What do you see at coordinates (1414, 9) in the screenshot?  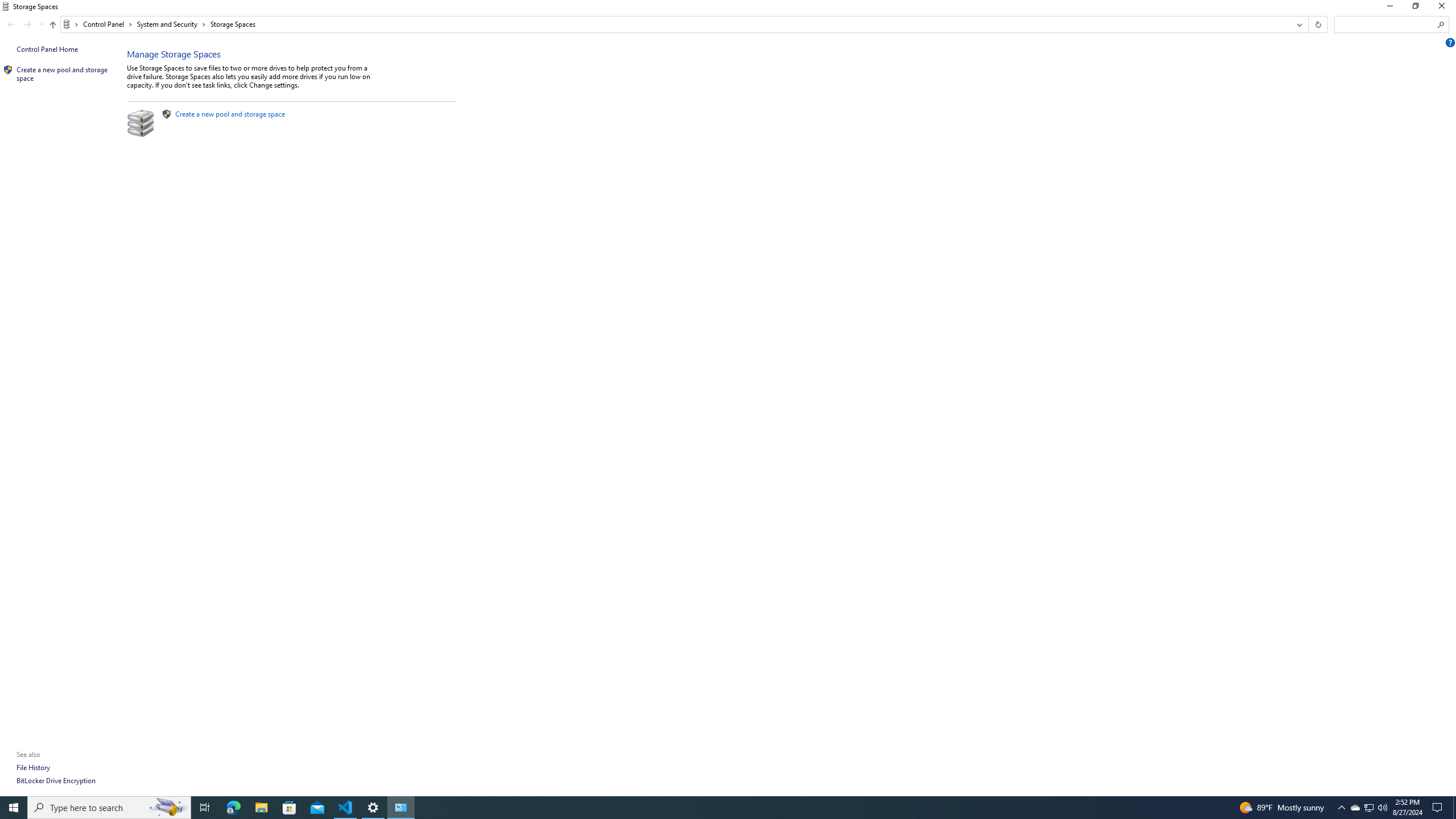 I see `'Restore'` at bounding box center [1414, 9].